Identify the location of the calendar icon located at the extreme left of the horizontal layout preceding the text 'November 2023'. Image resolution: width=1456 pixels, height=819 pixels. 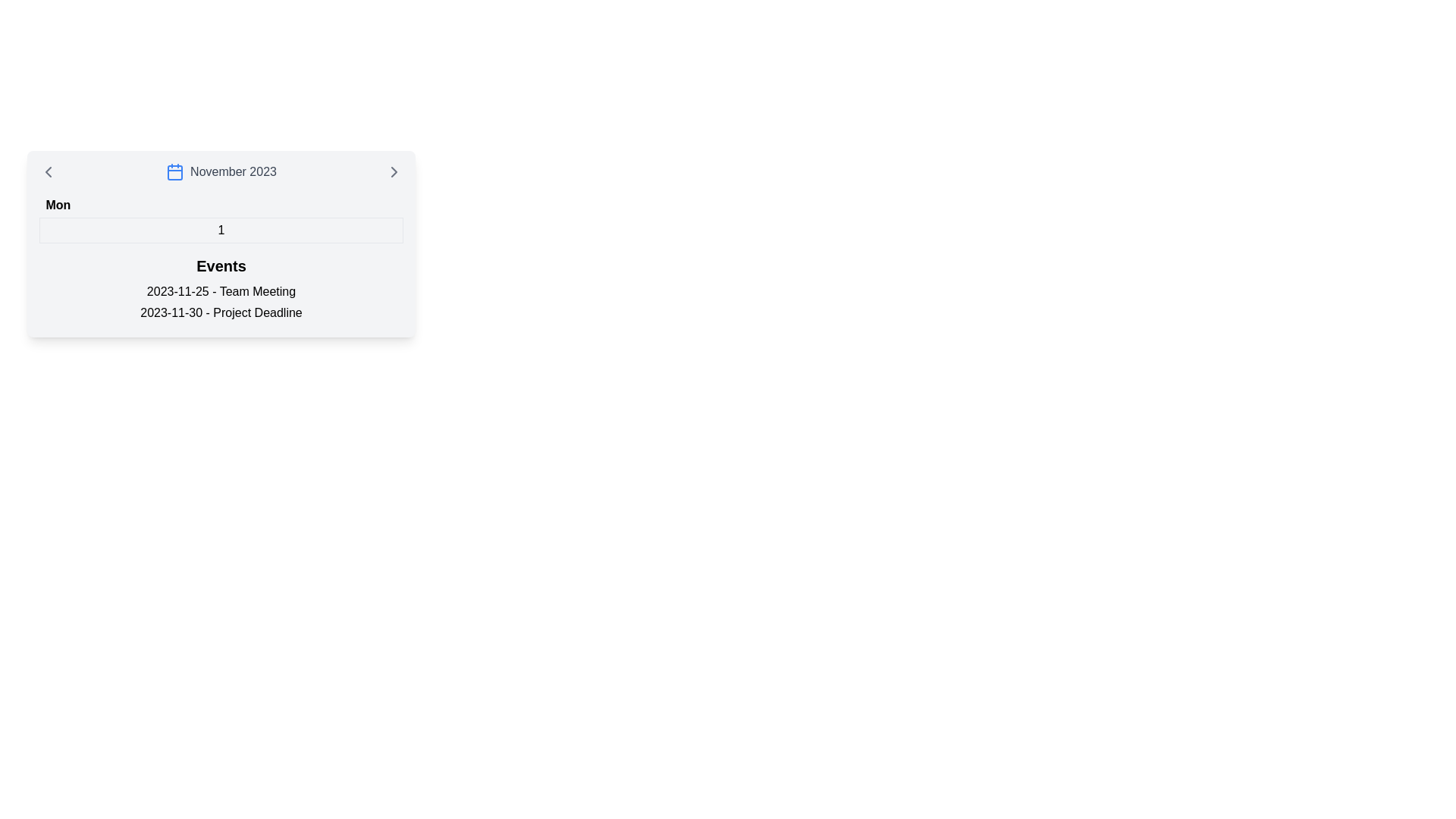
(175, 171).